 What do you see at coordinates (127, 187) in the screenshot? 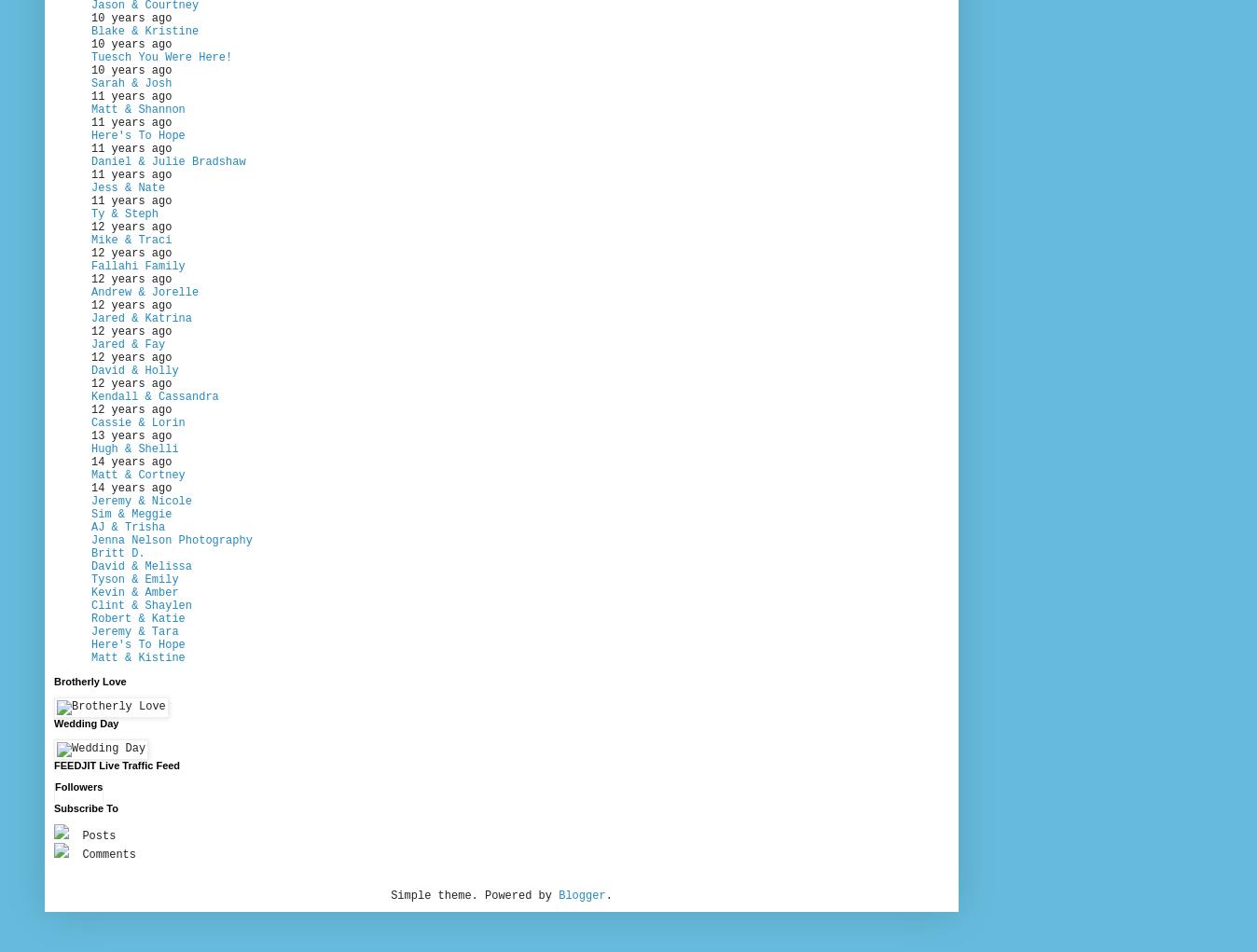
I see `'Jess & Nate'` at bounding box center [127, 187].